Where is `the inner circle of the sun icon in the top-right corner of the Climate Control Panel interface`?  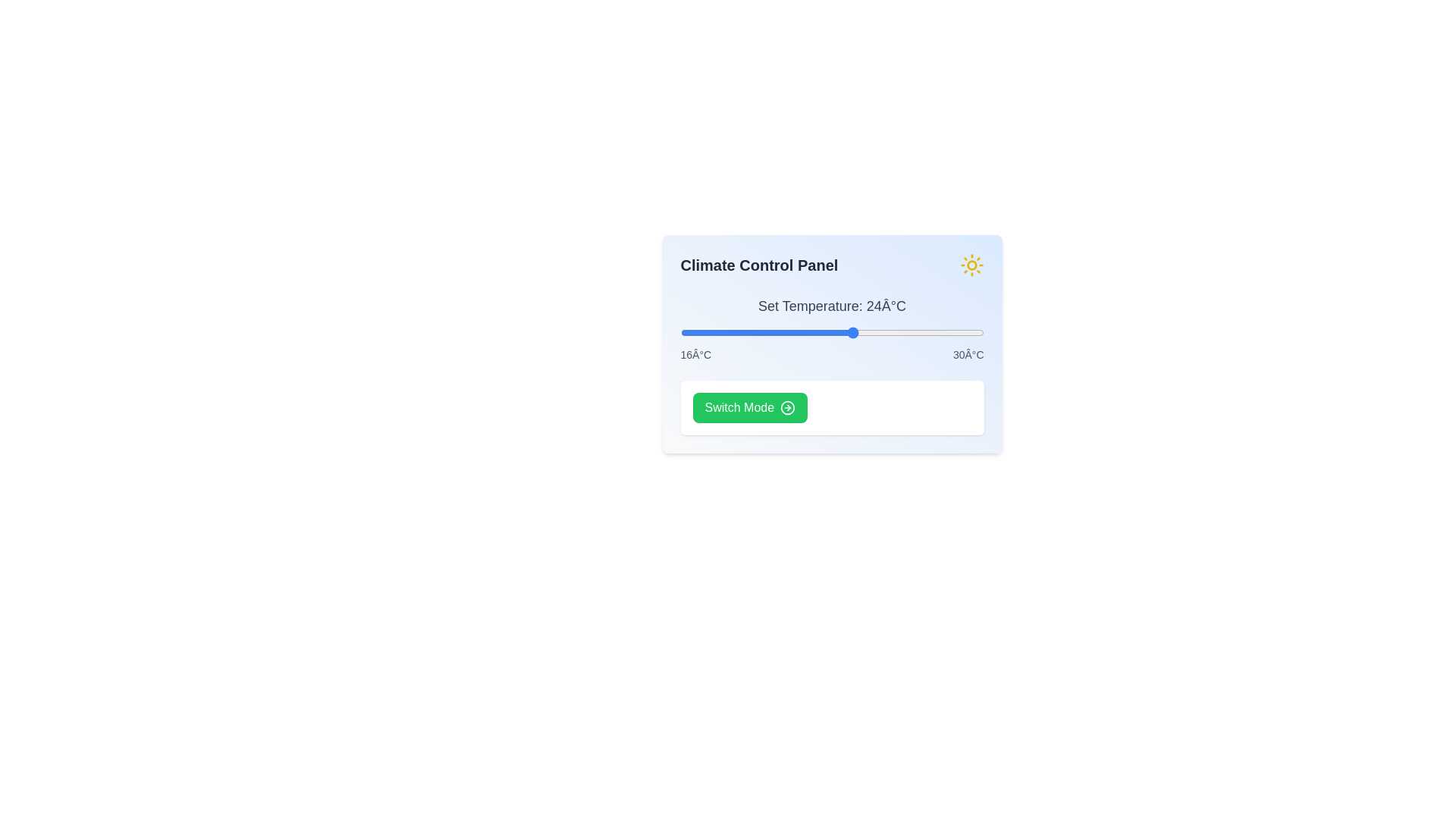 the inner circle of the sun icon in the top-right corner of the Climate Control Panel interface is located at coordinates (971, 265).